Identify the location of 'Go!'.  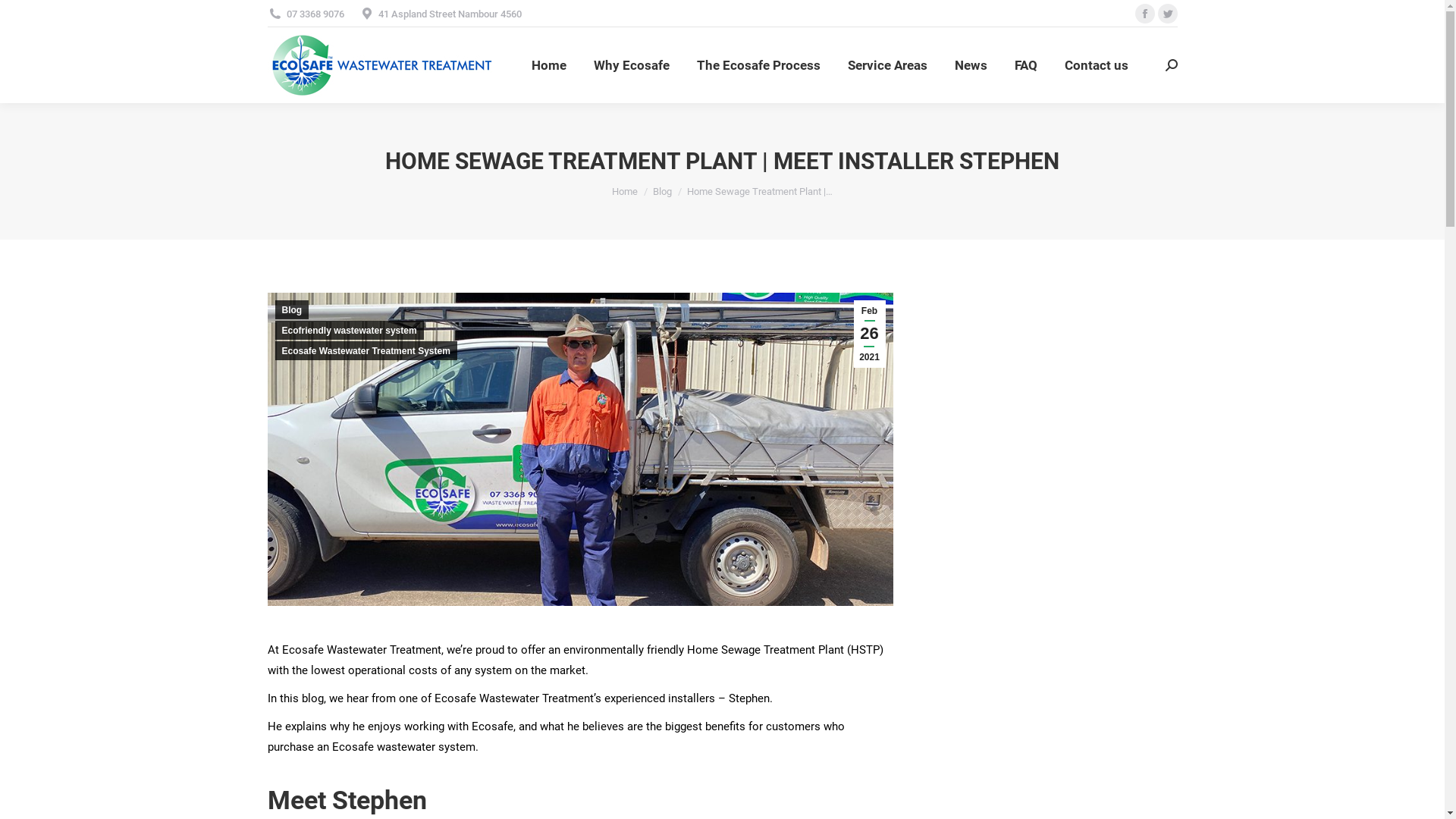
(23, 17).